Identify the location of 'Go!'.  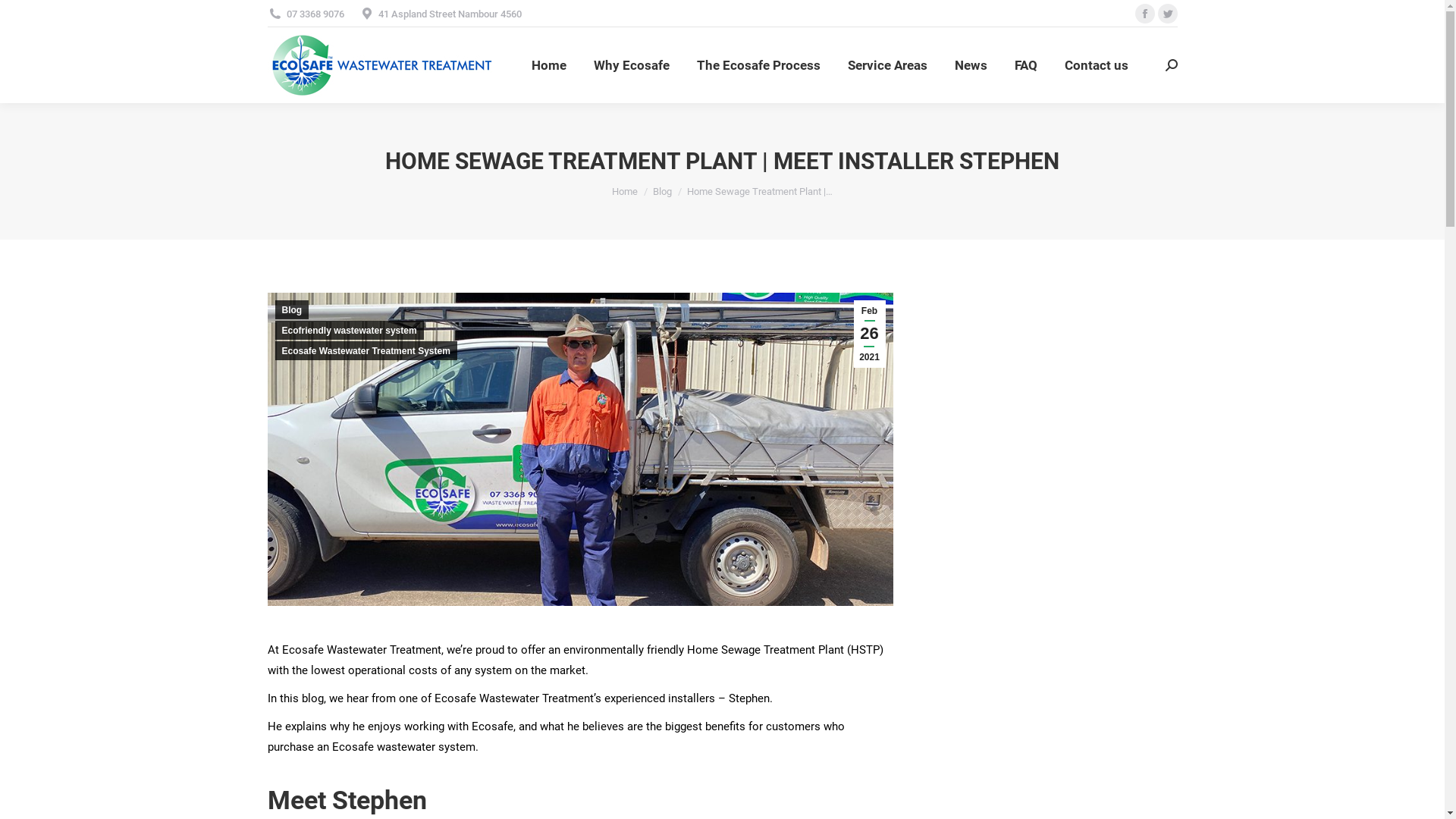
(23, 17).